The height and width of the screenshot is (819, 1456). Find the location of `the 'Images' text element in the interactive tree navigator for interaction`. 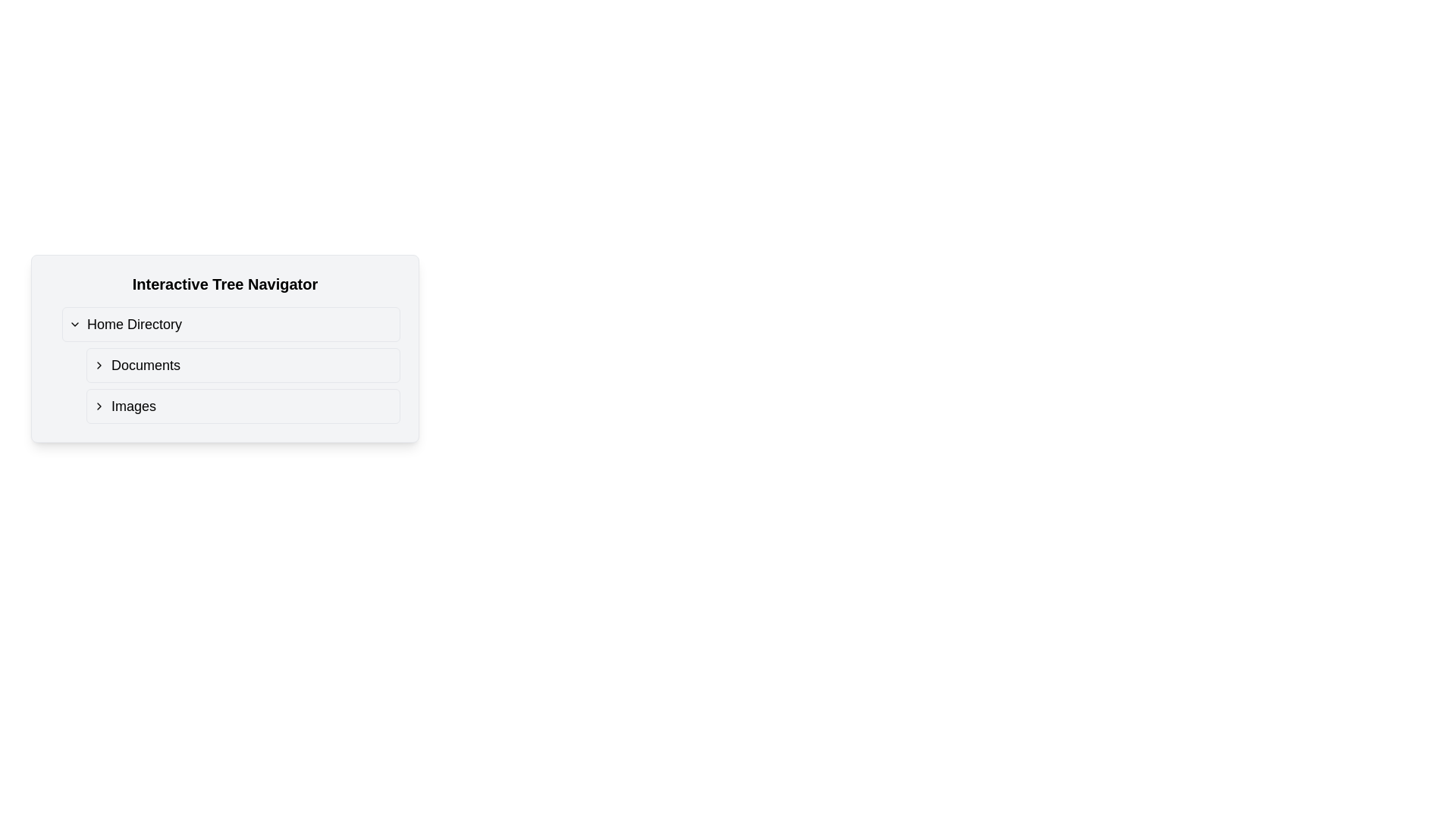

the 'Images' text element in the interactive tree navigator for interaction is located at coordinates (133, 406).